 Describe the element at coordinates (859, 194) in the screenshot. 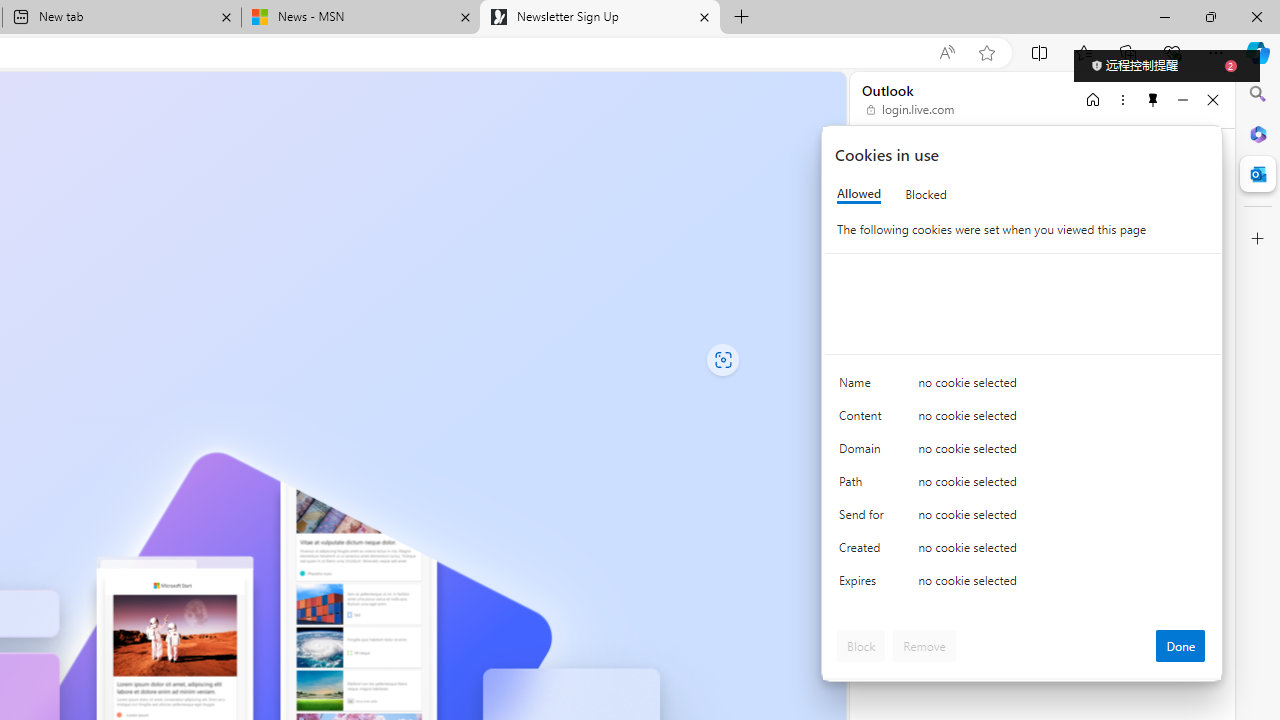

I see `'Allowed'` at that location.